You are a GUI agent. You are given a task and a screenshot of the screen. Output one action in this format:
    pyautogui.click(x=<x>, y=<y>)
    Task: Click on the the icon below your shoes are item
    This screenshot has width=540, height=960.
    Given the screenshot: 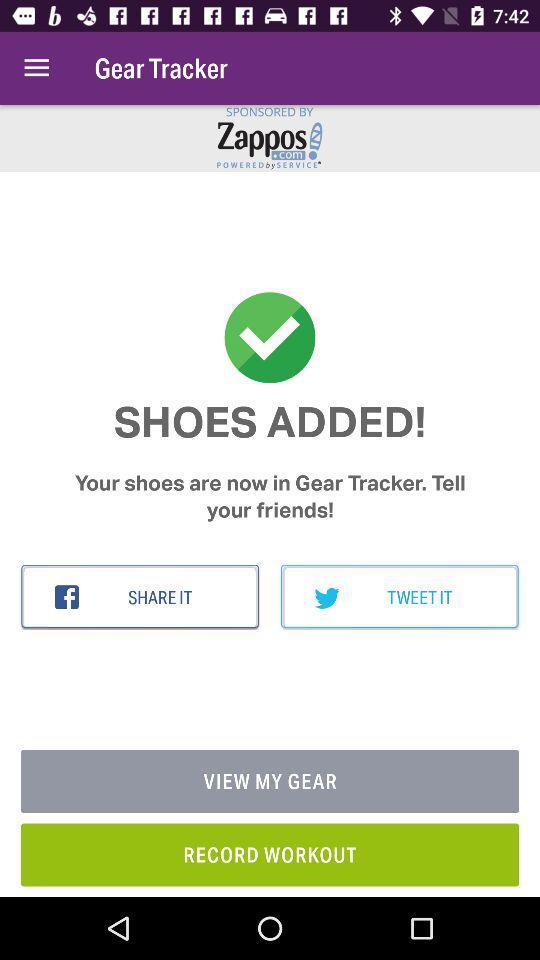 What is the action you would take?
    pyautogui.click(x=399, y=597)
    